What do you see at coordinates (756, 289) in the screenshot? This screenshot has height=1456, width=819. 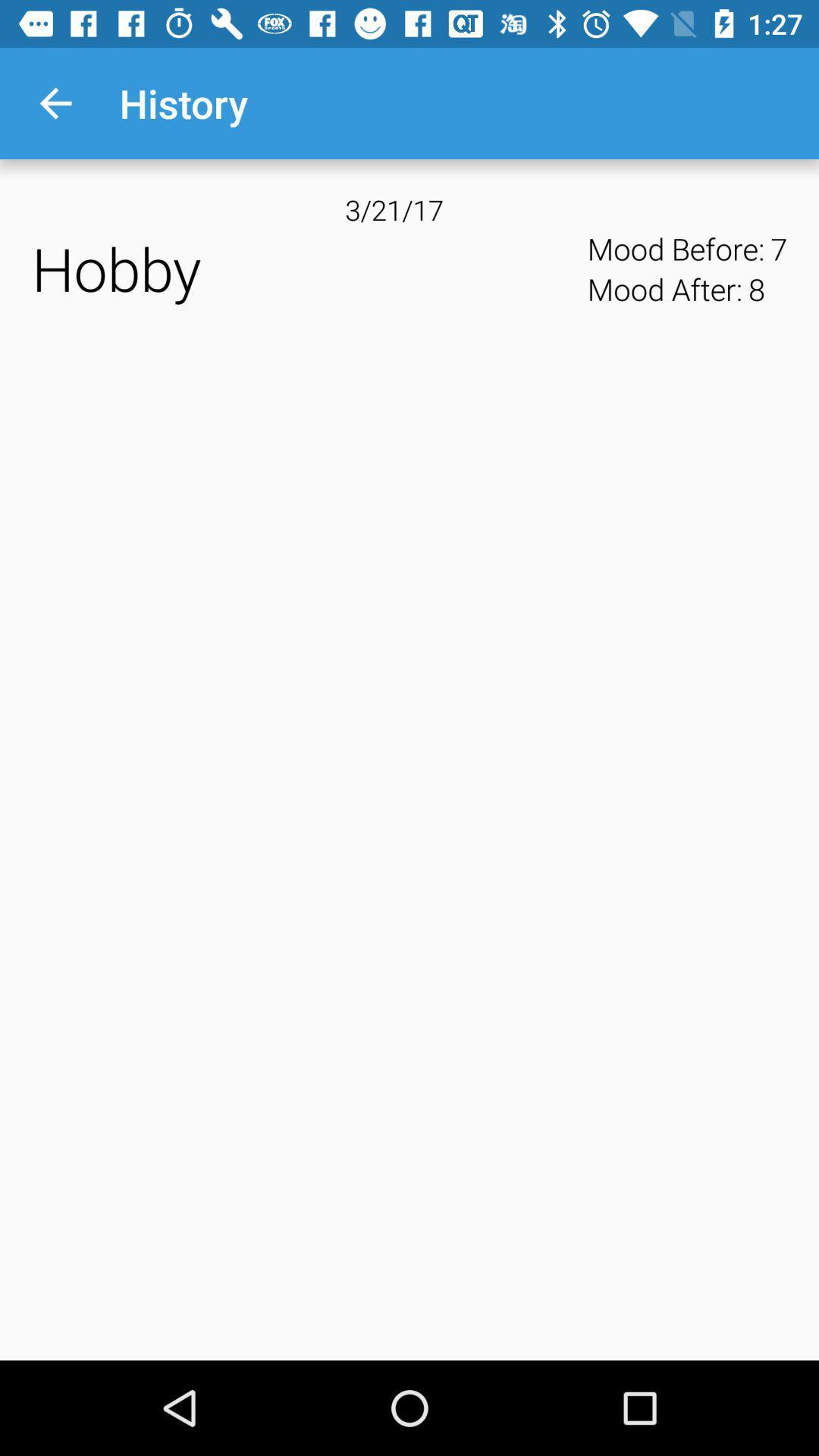 I see `icon to the left of 7` at bounding box center [756, 289].